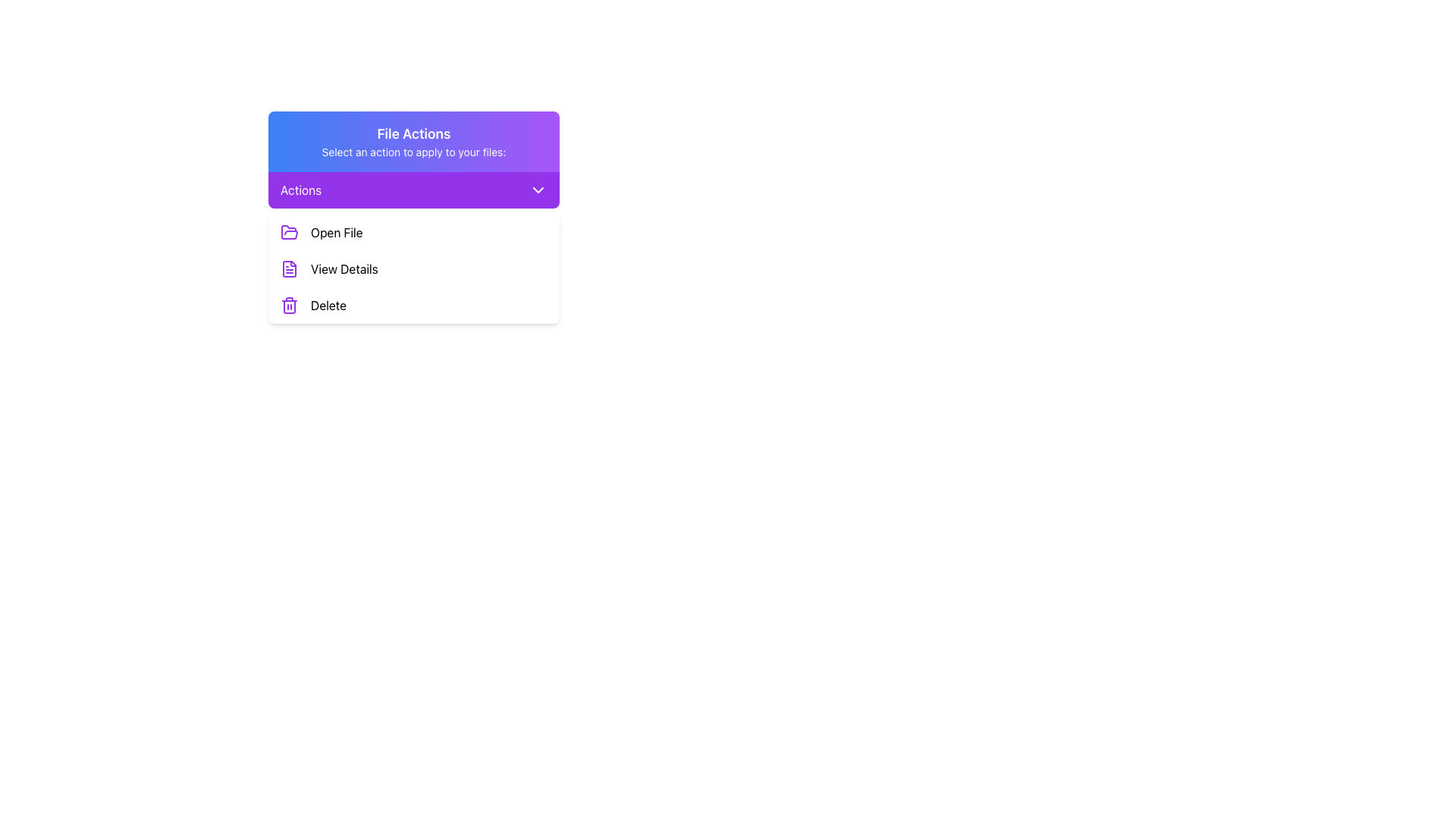 The image size is (1456, 819). Describe the element at coordinates (538, 189) in the screenshot. I see `the downward-facing chevron icon with a purple background located at the far right of the 'Actions' header bar` at that location.